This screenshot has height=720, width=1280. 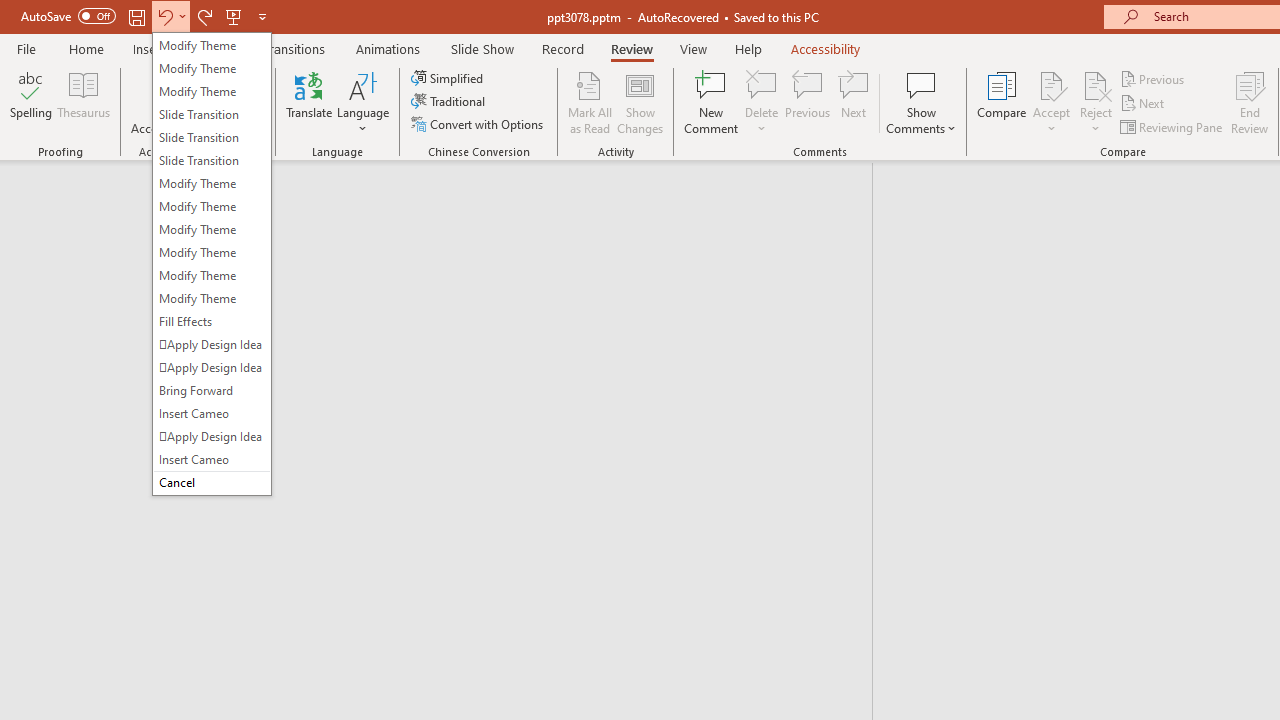 I want to click on 'Compare', so click(x=1002, y=103).